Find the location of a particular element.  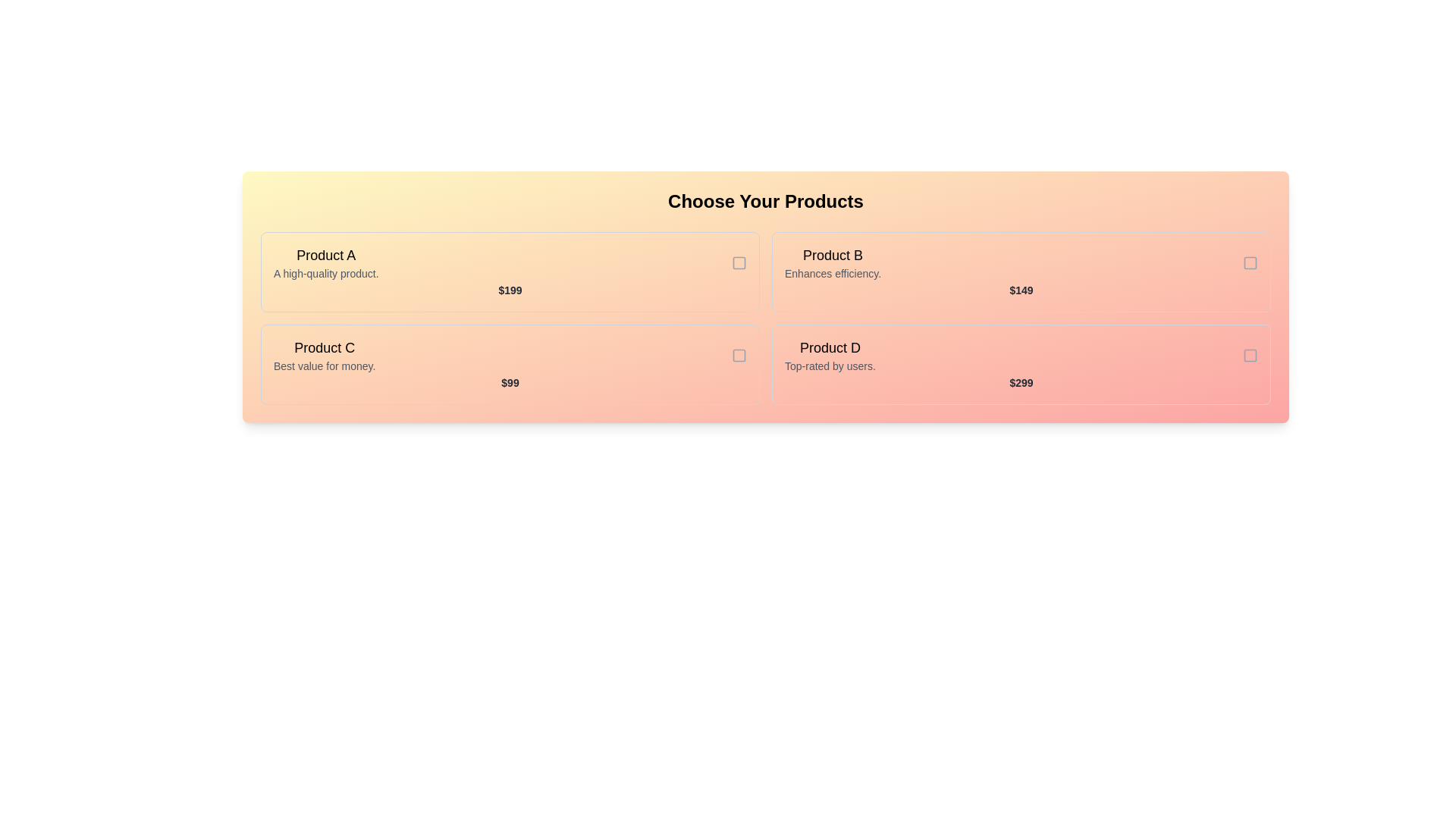

the price of Product A is located at coordinates (510, 290).